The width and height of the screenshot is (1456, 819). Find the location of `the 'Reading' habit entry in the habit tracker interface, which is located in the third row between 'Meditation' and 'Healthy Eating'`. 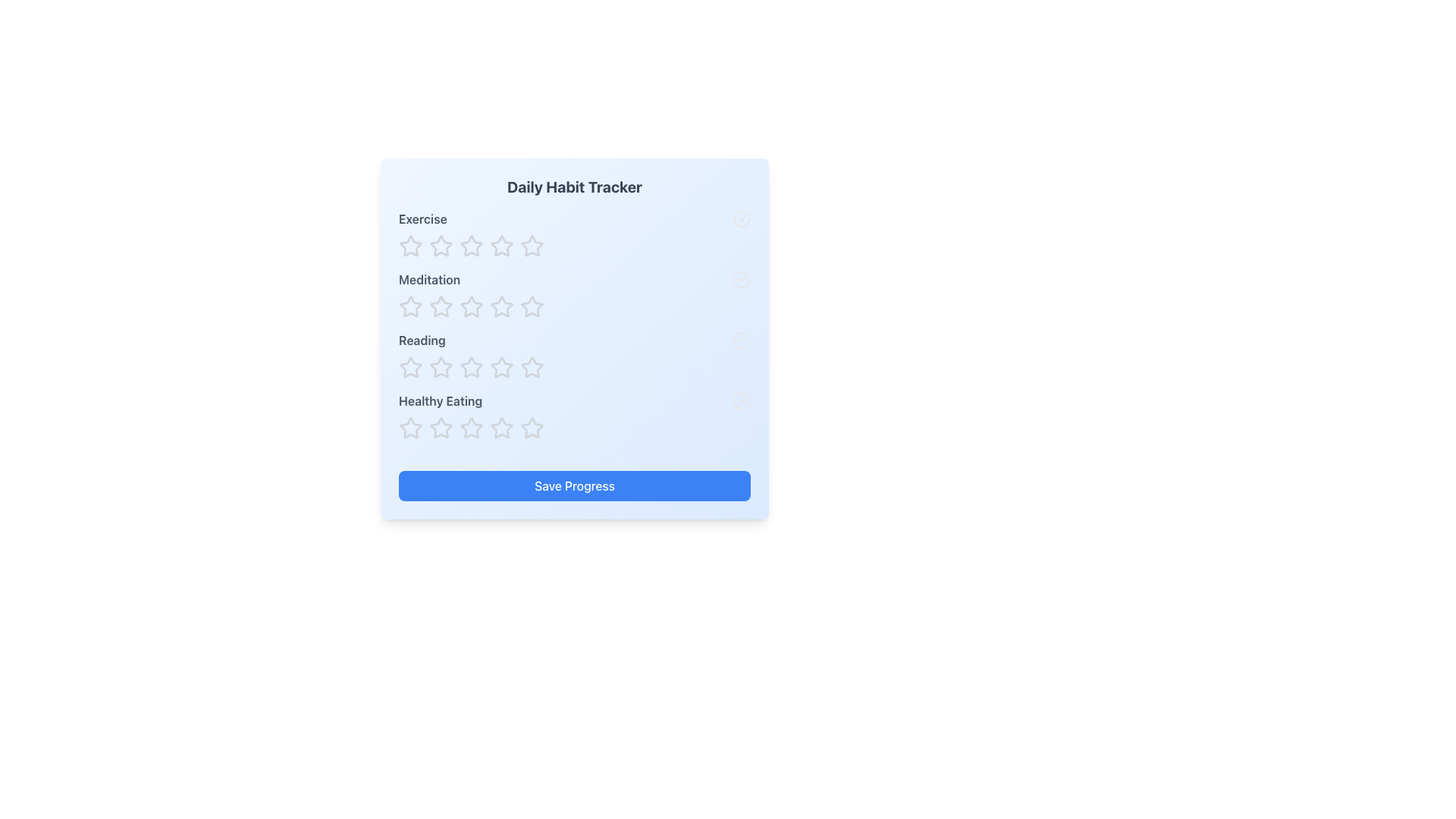

the 'Reading' habit entry in the habit tracker interface, which is located in the third row between 'Meditation' and 'Healthy Eating' is located at coordinates (574, 339).